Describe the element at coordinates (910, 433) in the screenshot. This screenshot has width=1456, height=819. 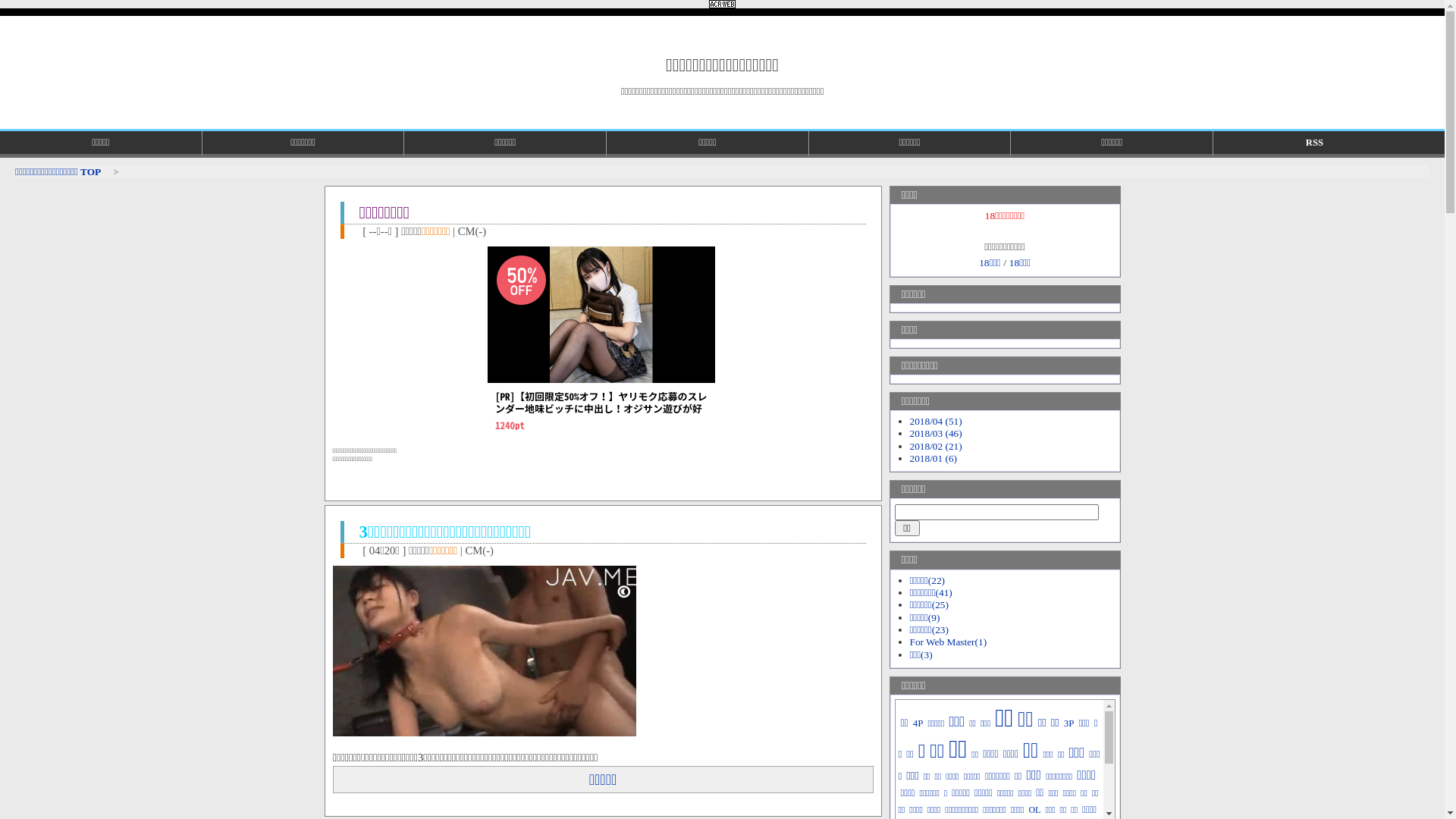
I see `'2018/03 (46)'` at that location.